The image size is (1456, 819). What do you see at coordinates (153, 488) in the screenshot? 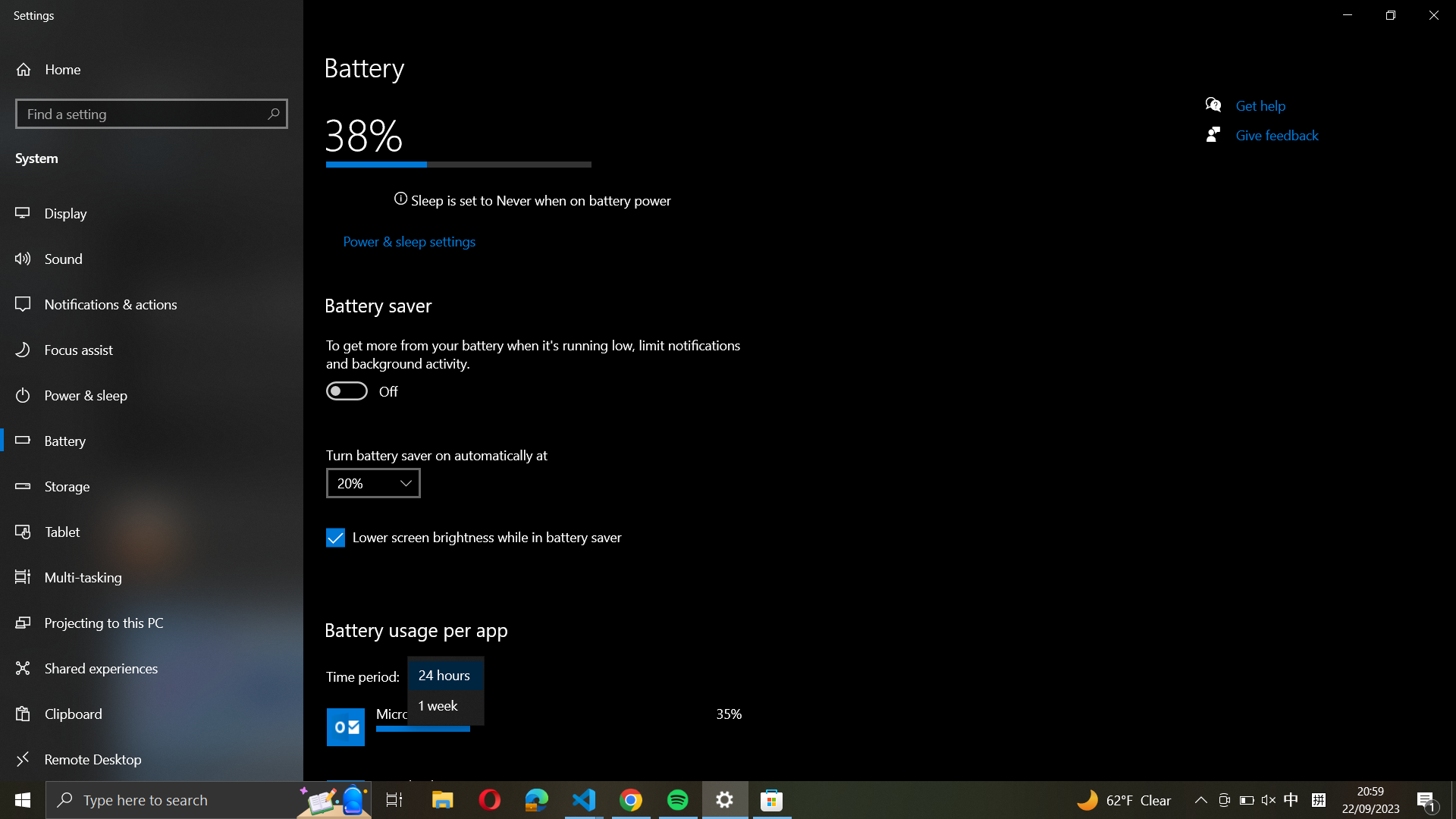
I see `the Storage settings from the left panel` at bounding box center [153, 488].